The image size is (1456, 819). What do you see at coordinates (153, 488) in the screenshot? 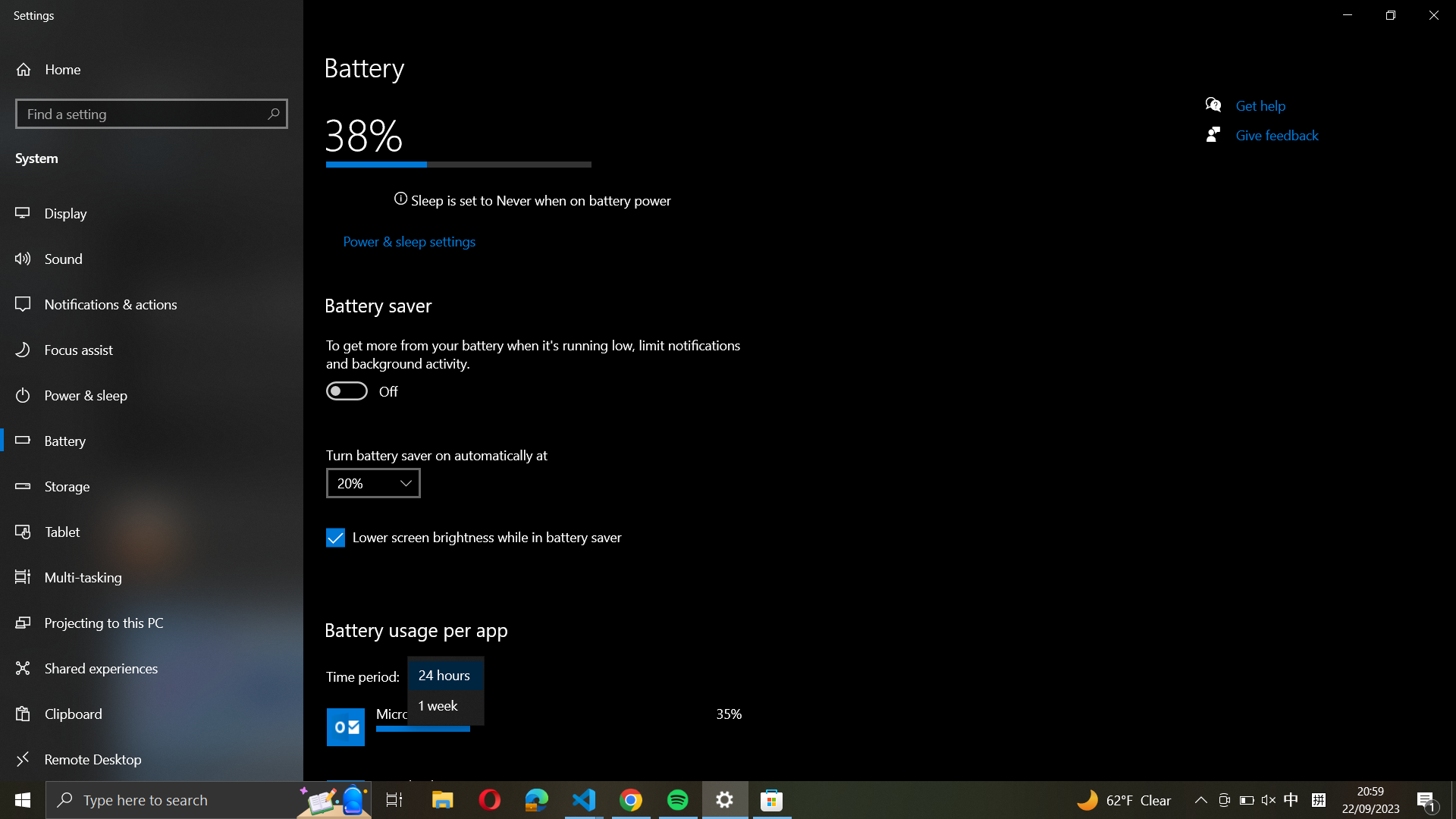
I see `the Storage settings from the left panel` at bounding box center [153, 488].